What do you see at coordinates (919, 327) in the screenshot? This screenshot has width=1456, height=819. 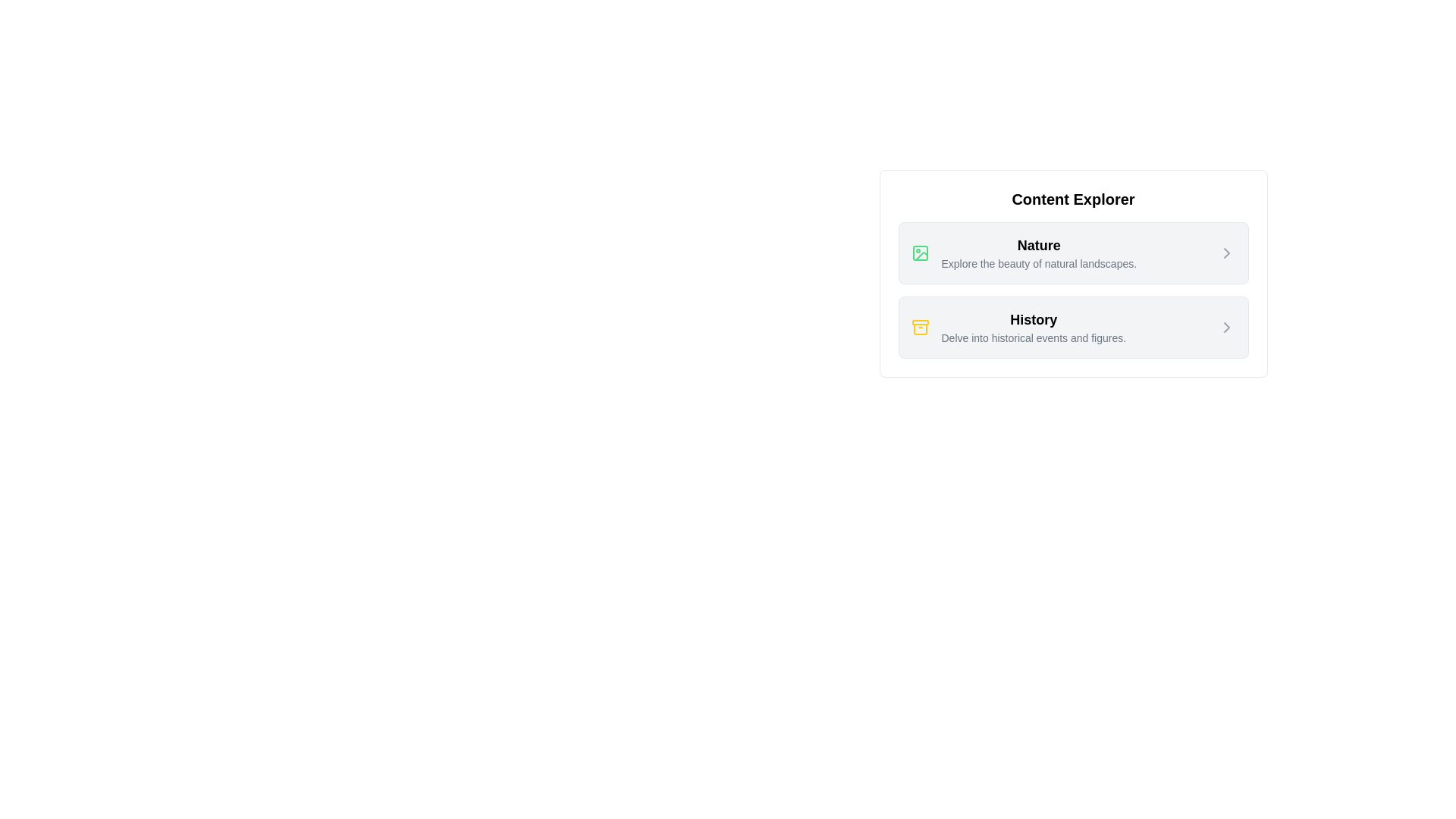 I see `the 'History' category icon located to the left of the 'History' title and description in the content list` at bounding box center [919, 327].